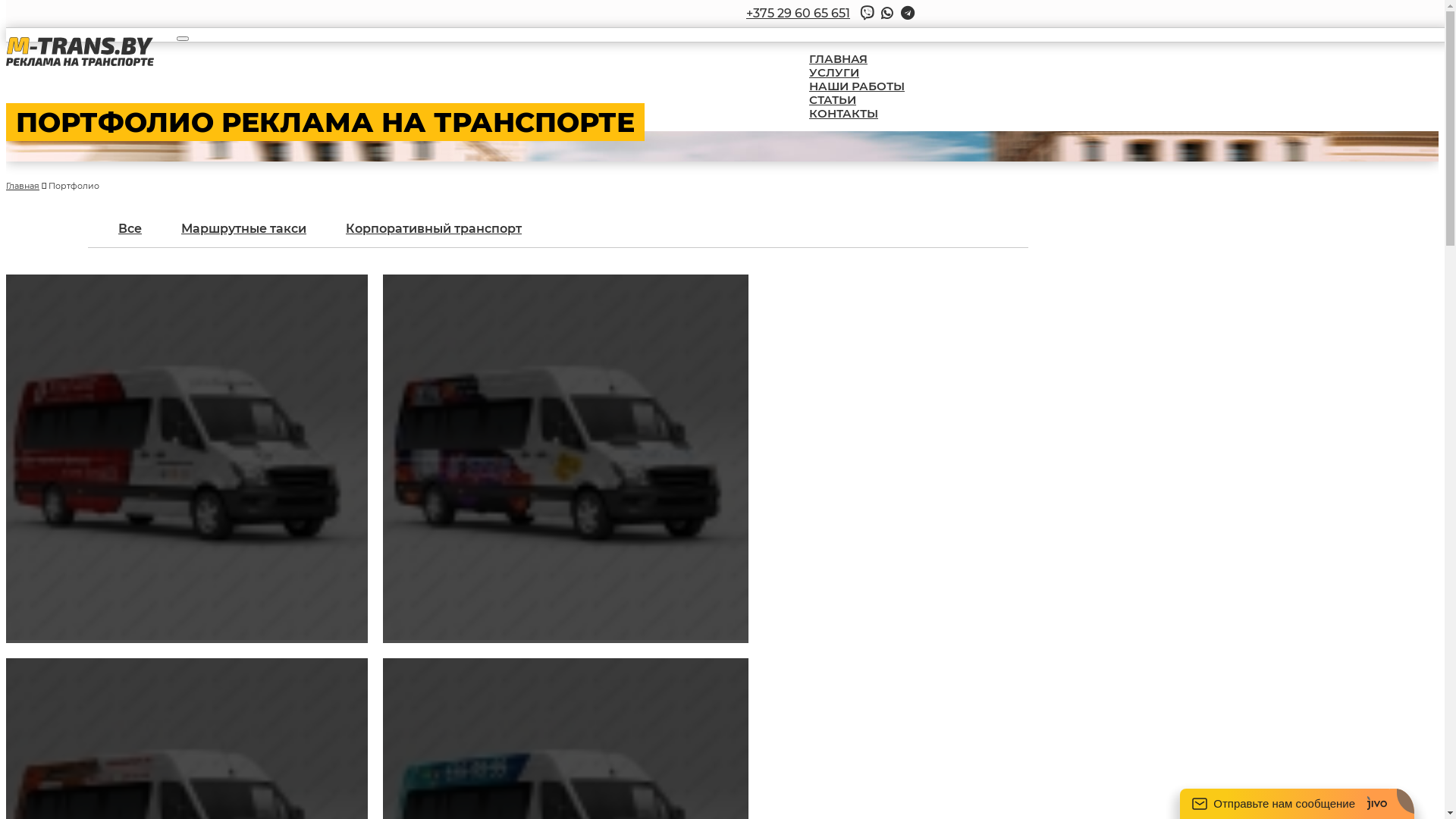 The height and width of the screenshot is (819, 1456). What do you see at coordinates (887, 13) in the screenshot?
I see `'Whatsap'` at bounding box center [887, 13].